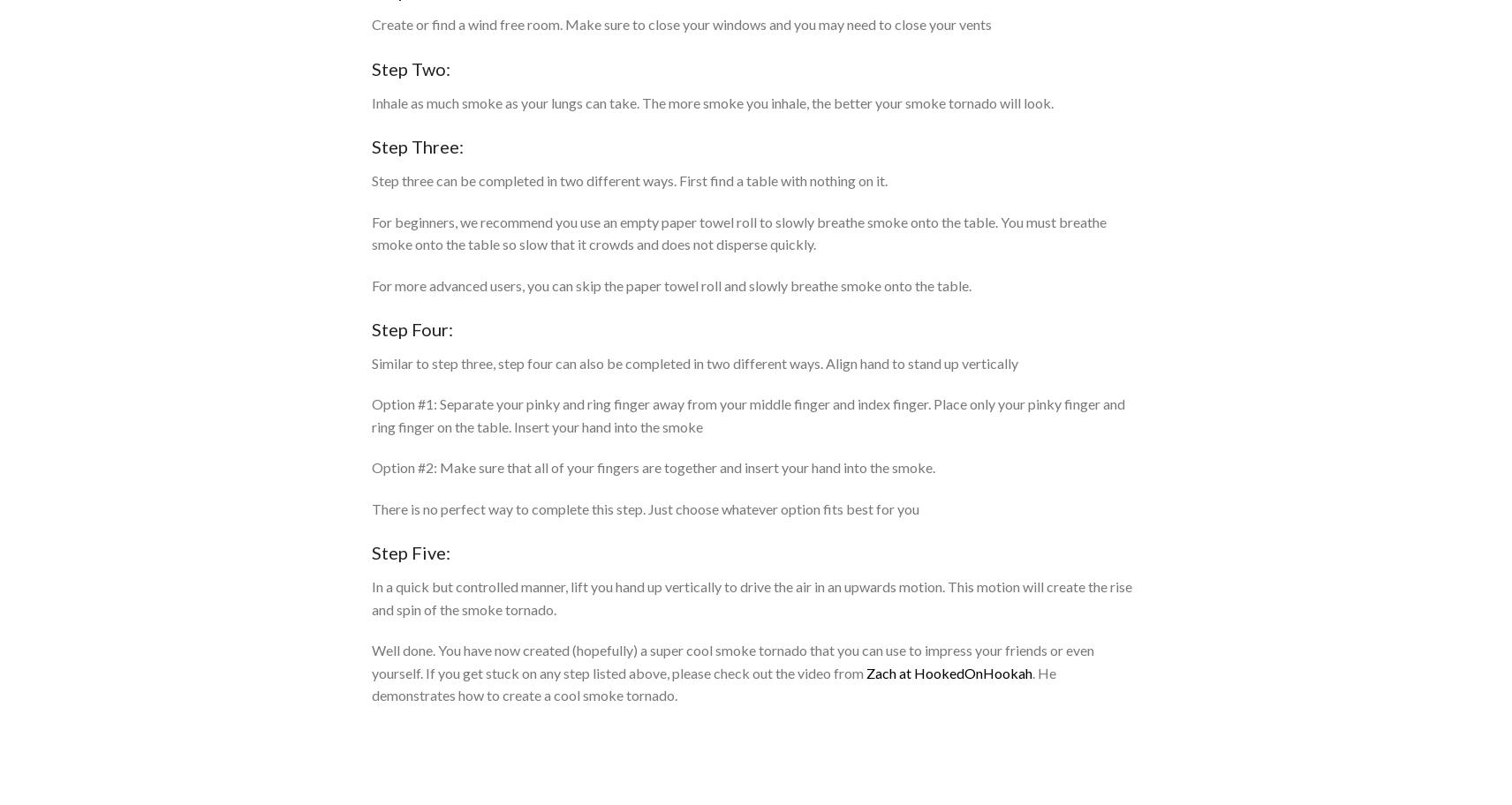 The width and height of the screenshot is (1512, 805). Describe the element at coordinates (371, 327) in the screenshot. I see `'Step Four:'` at that location.